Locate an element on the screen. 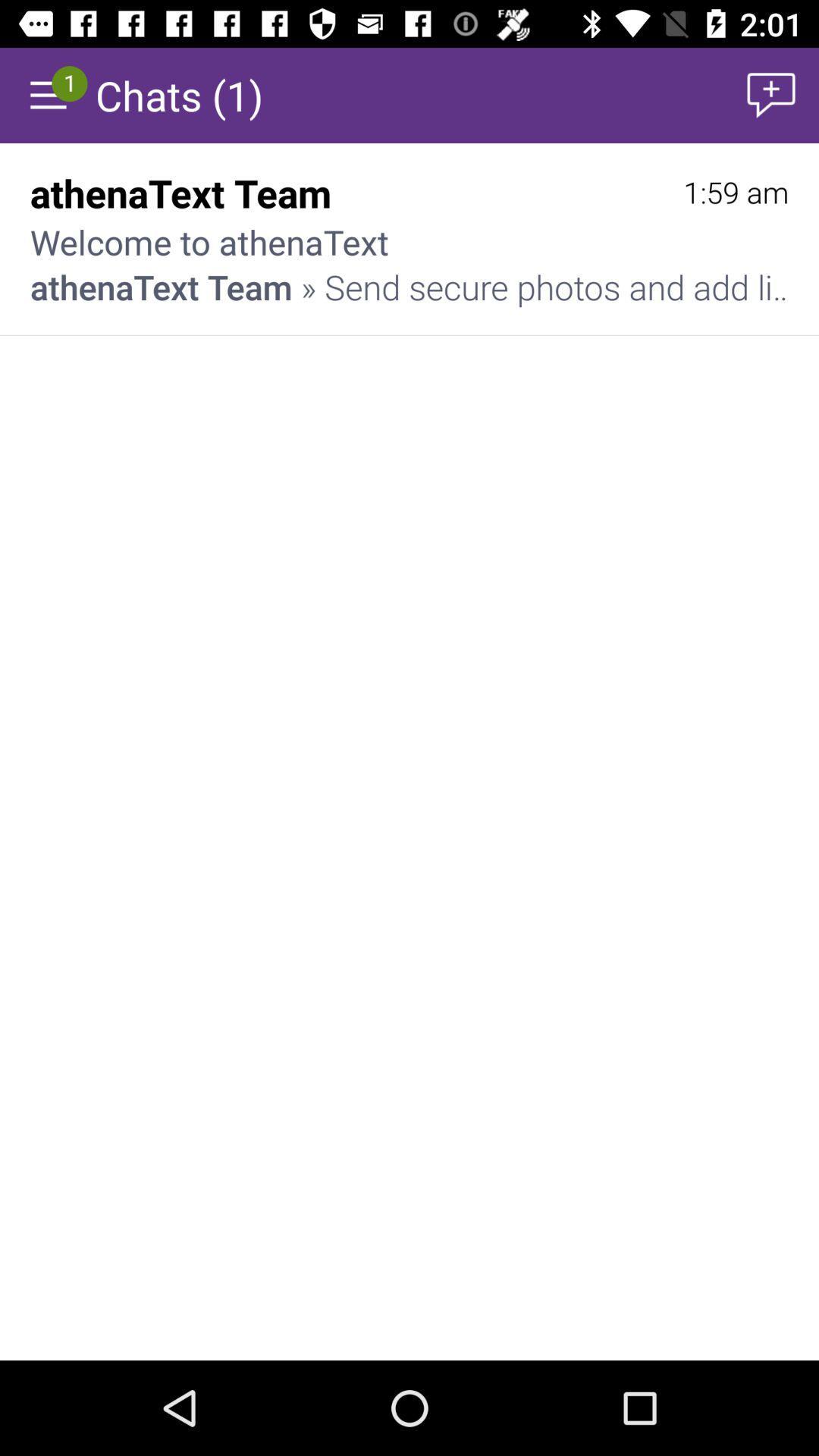 Image resolution: width=819 pixels, height=1456 pixels. the 1:59 am item is located at coordinates (735, 192).